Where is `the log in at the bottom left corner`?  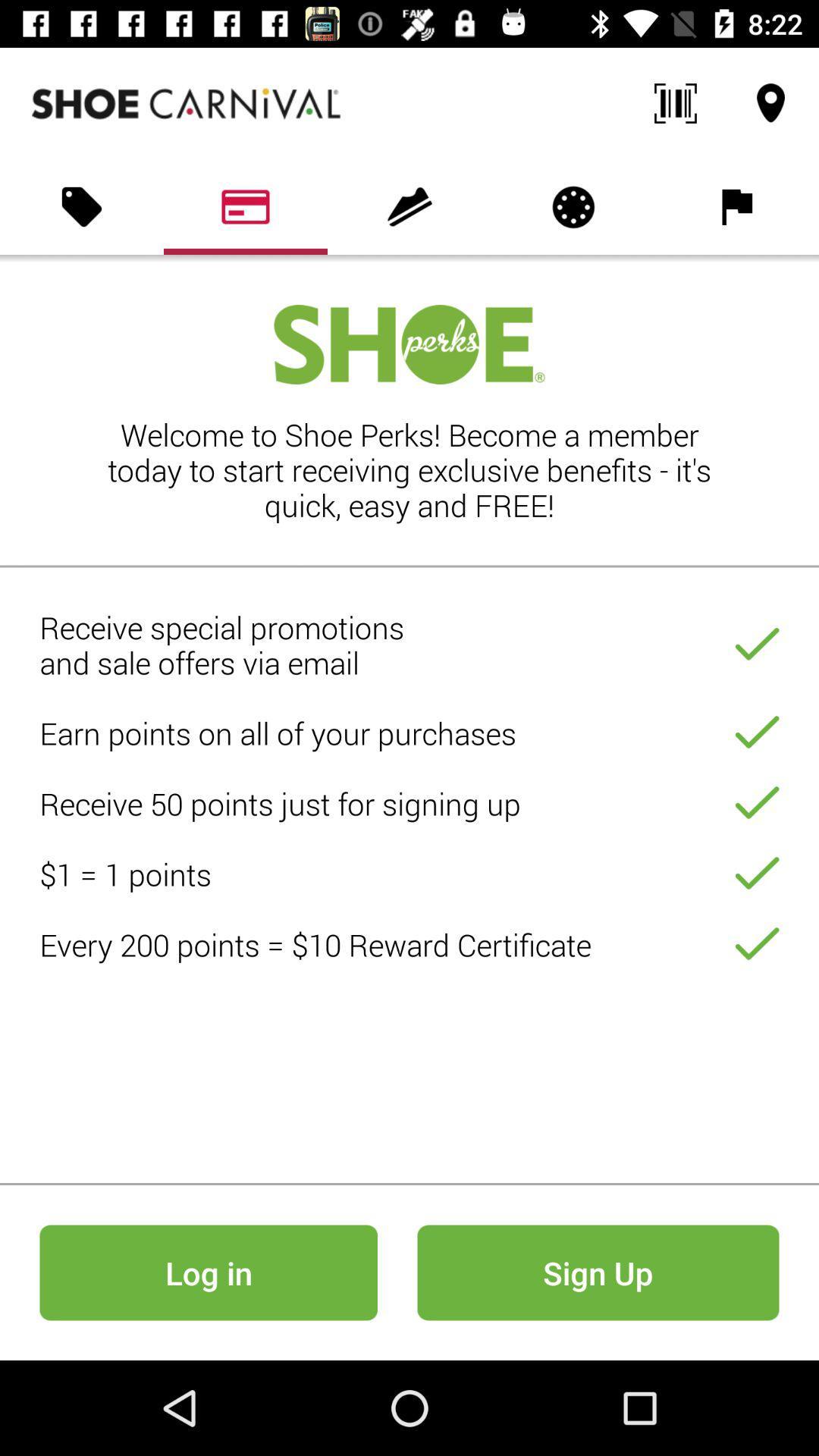
the log in at the bottom left corner is located at coordinates (209, 1272).